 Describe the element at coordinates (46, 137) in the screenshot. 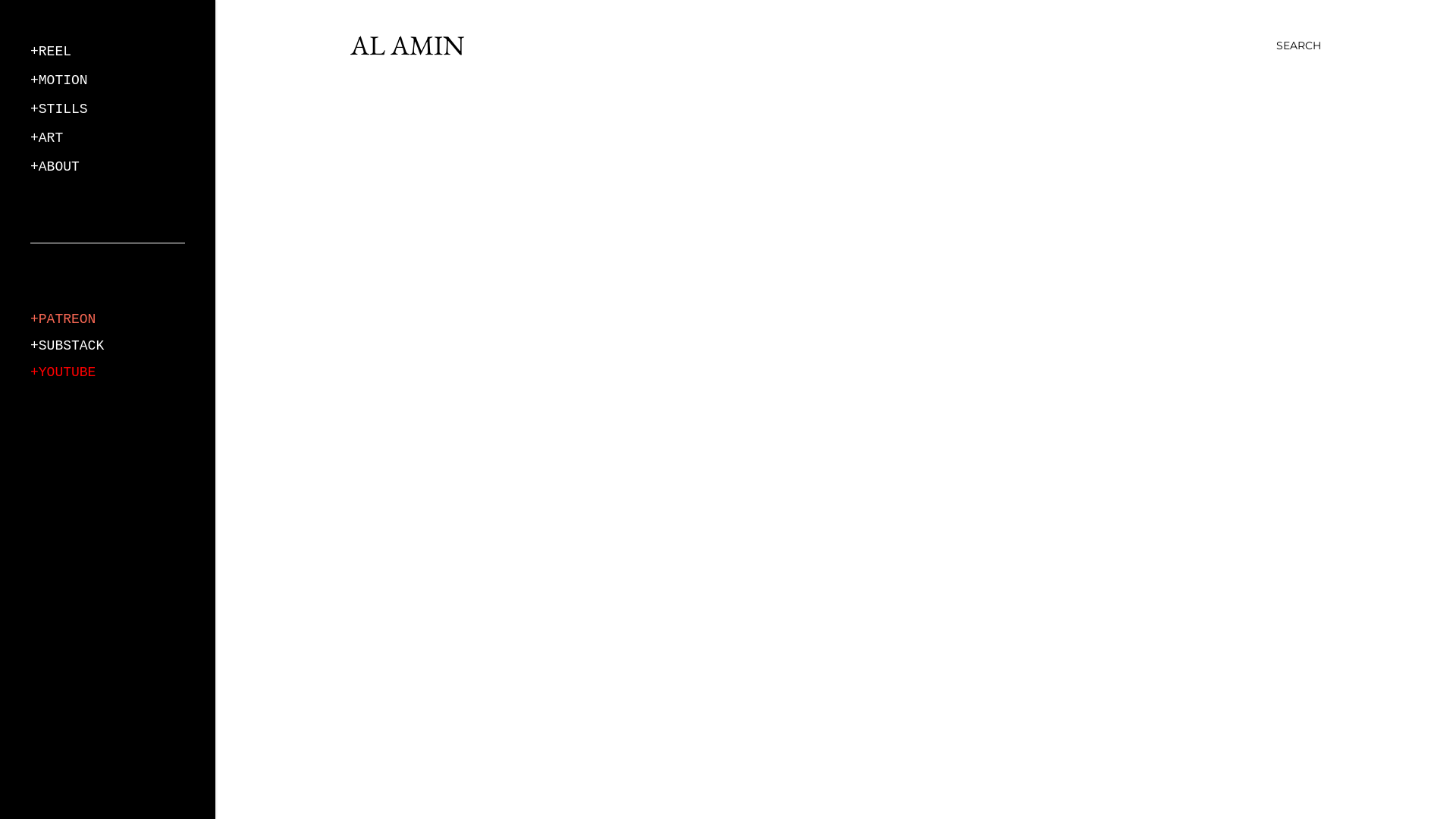

I see `'+ART'` at that location.